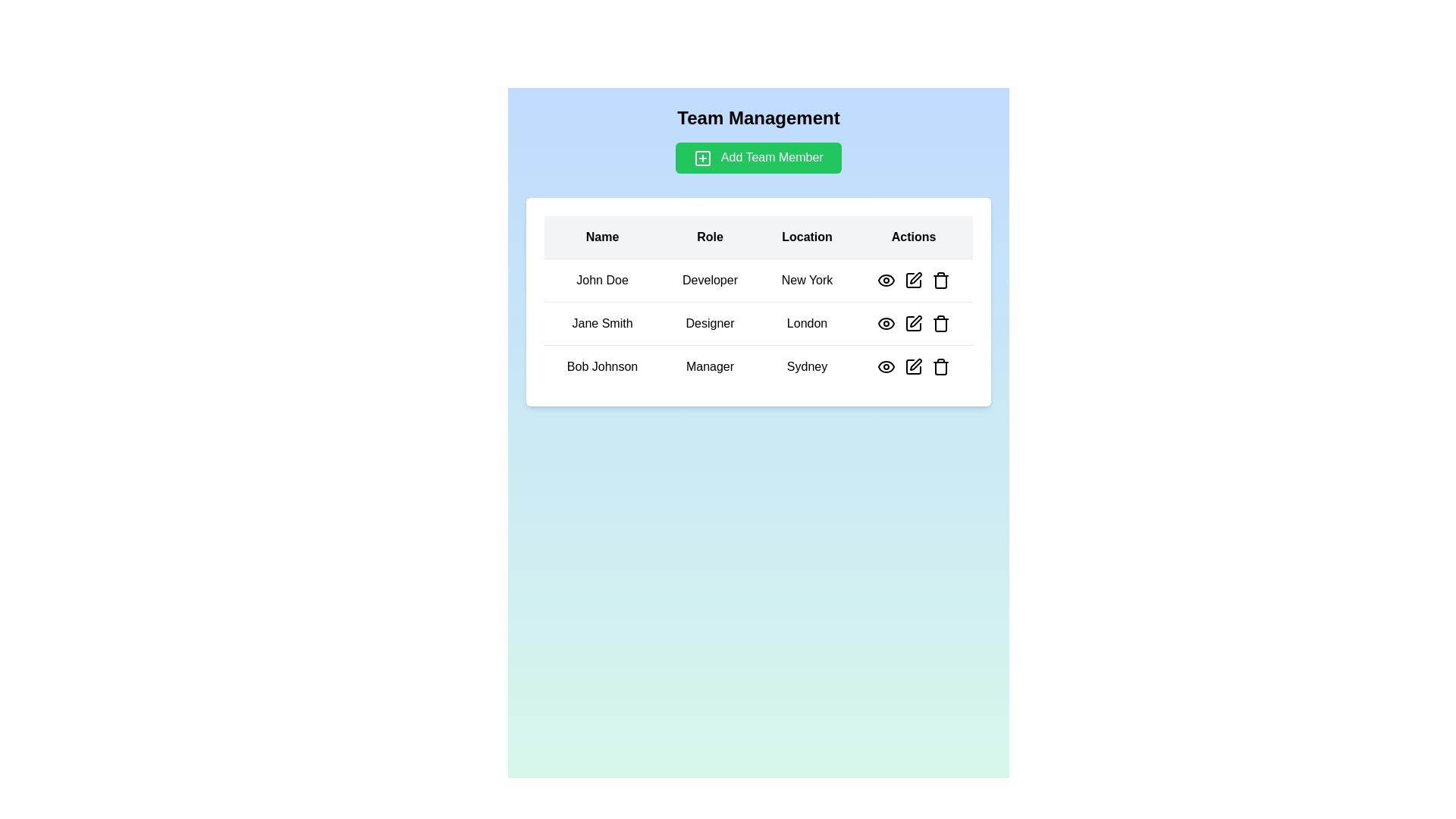 Image resolution: width=1456 pixels, height=819 pixels. I want to click on the text label displaying 'London', which is styled in black text on a white background and located in the third column of the second row labeled 'Location', so click(806, 322).